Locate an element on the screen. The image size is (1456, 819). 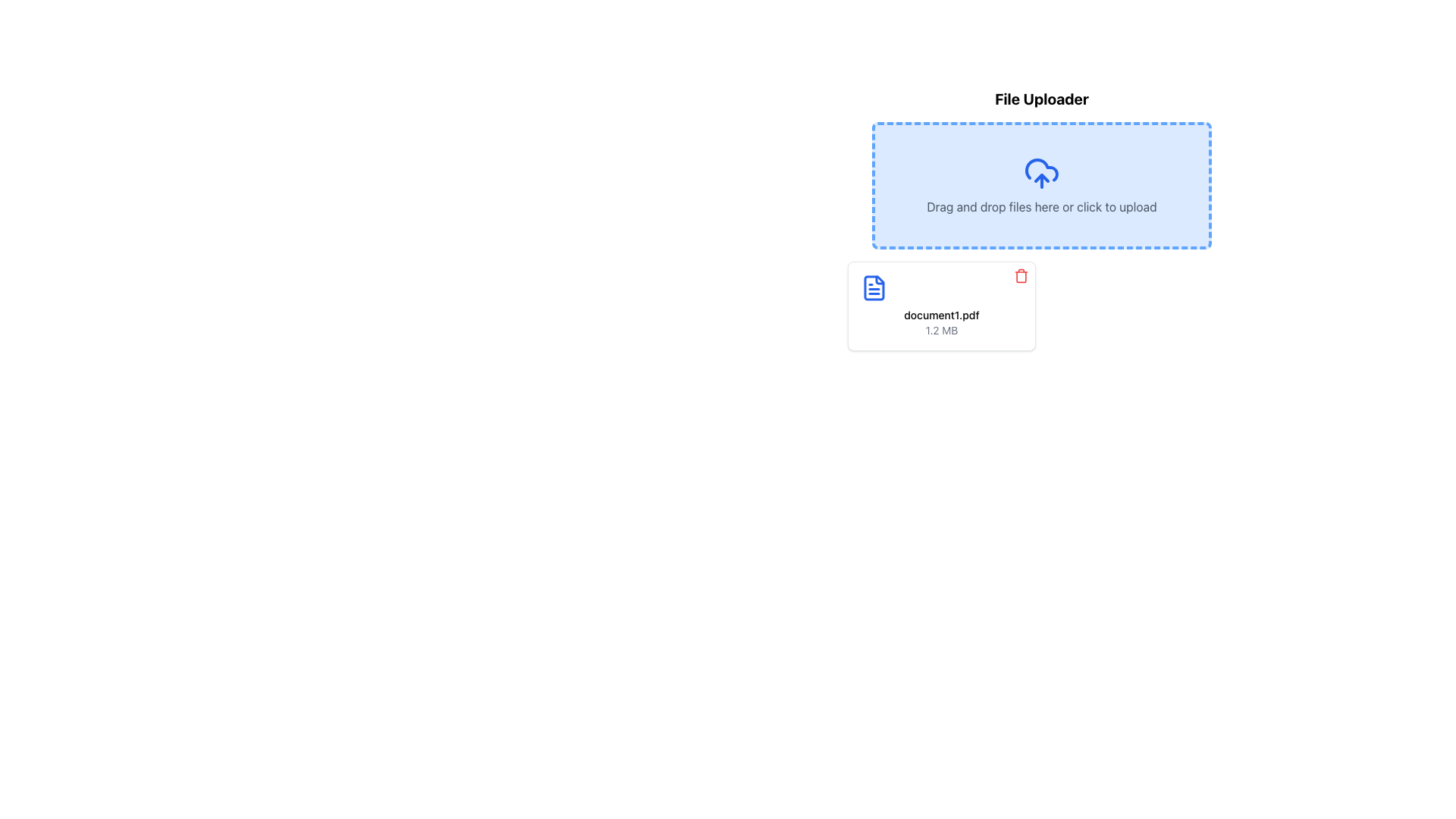
the Interactive drop zone with a dashed blue border and light blue background that contains the text 'Drag and drop files here or click to upload.' is located at coordinates (1040, 185).